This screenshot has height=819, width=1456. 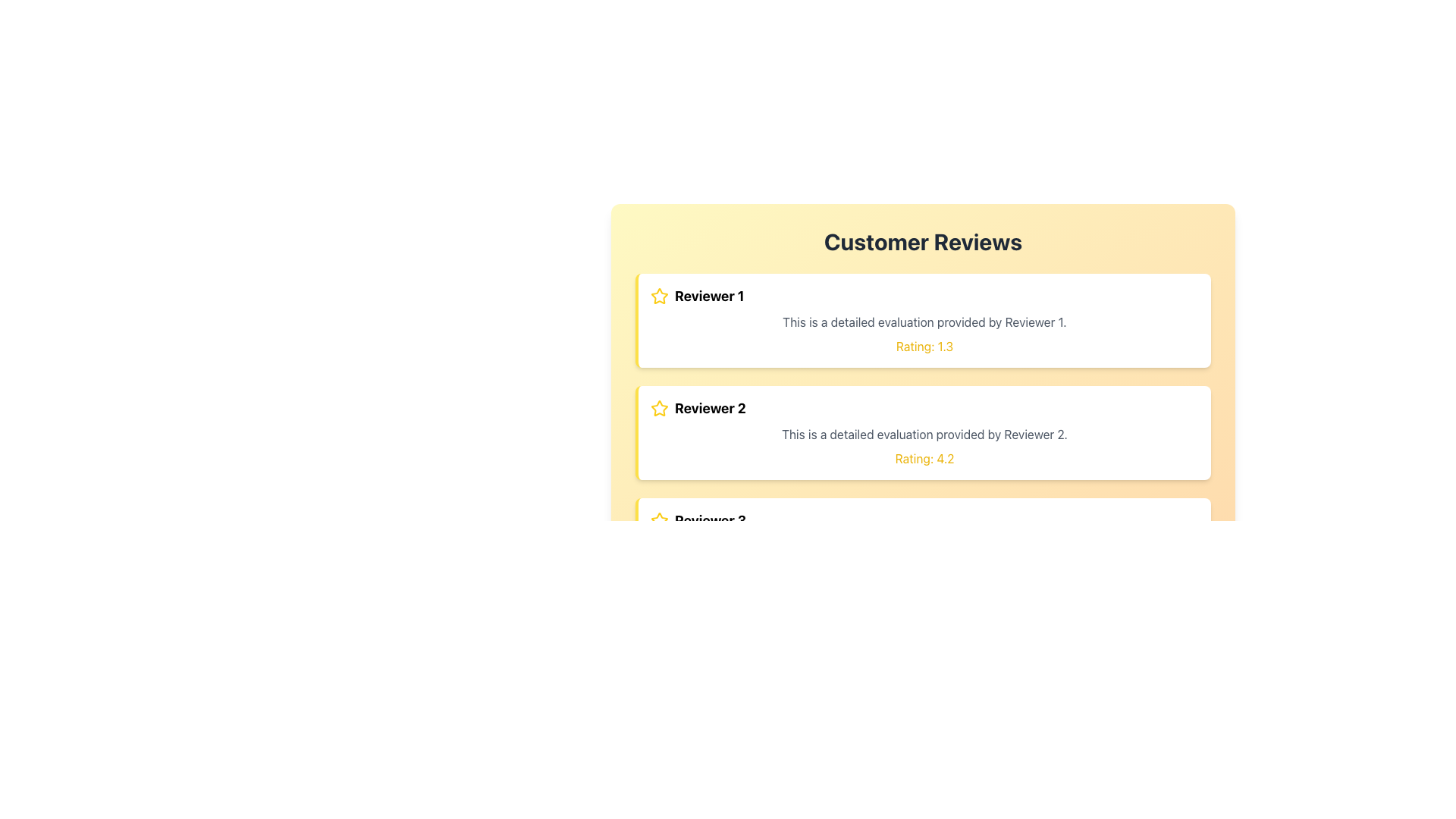 What do you see at coordinates (659, 296) in the screenshot?
I see `the star icon representing a rating indicator located to the left of the text 'Reviewer 1' in the first review section` at bounding box center [659, 296].